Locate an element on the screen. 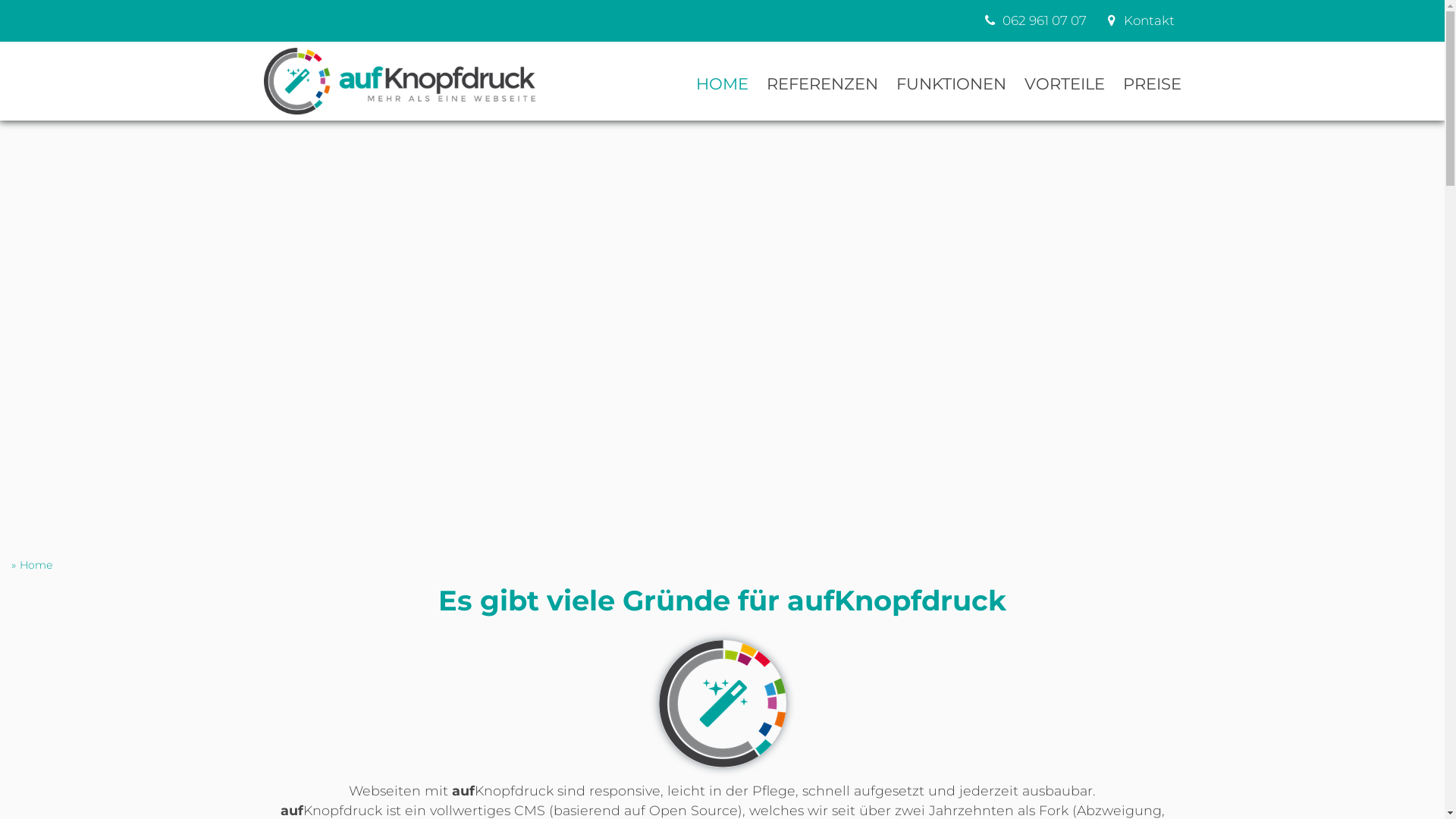 The image size is (1456, 819). 'Home' is located at coordinates (36, 565).